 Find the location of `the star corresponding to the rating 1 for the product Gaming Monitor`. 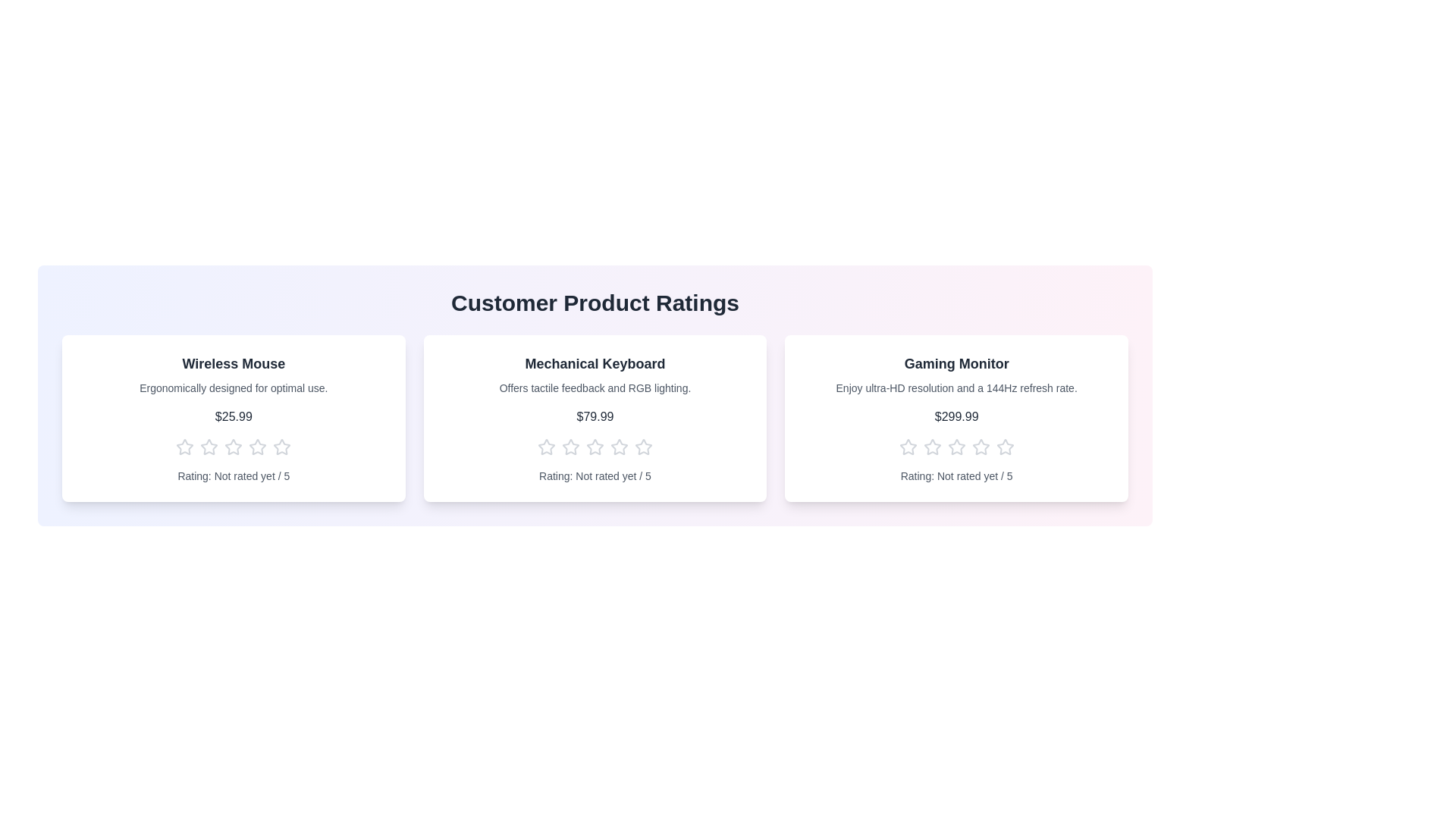

the star corresponding to the rating 1 for the product Gaming Monitor is located at coordinates (907, 447).